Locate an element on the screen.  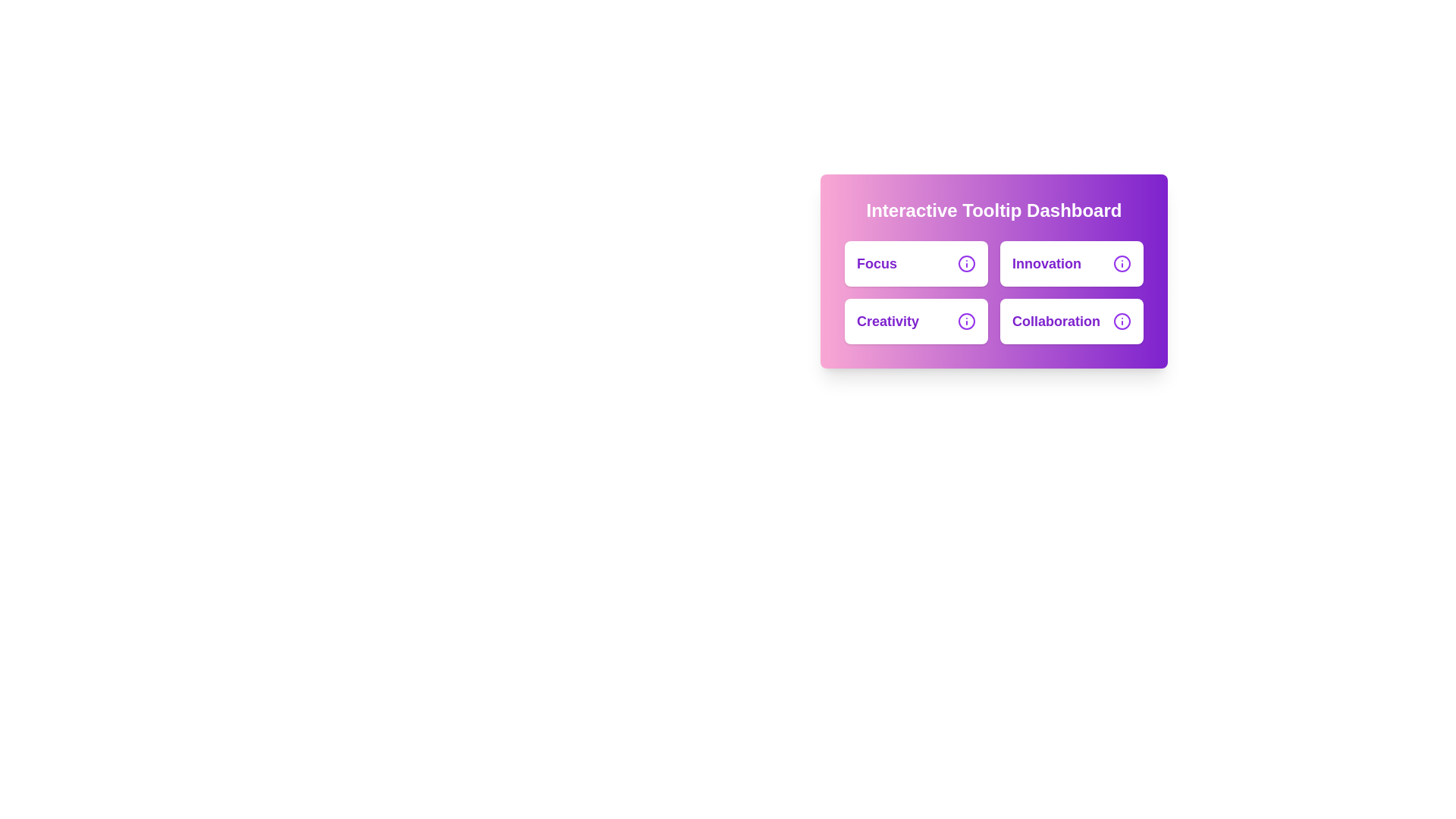
the text label reading 'Collaboration' in bold with purple text color, located in the bottom-right quadrant of the 'Interactive Tooltip Dashboard' is located at coordinates (1055, 321).